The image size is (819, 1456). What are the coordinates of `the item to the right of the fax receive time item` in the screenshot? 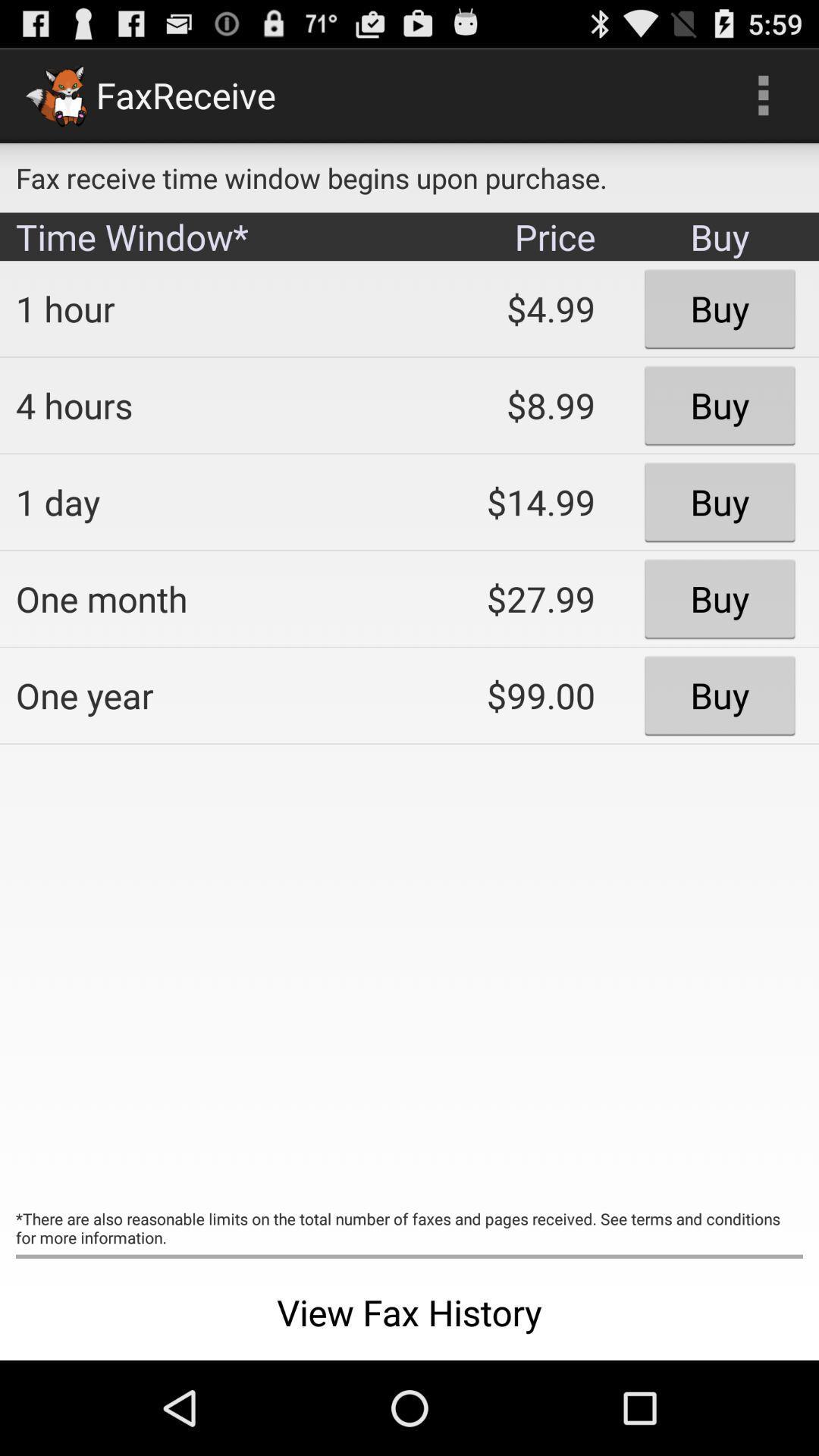 It's located at (763, 94).